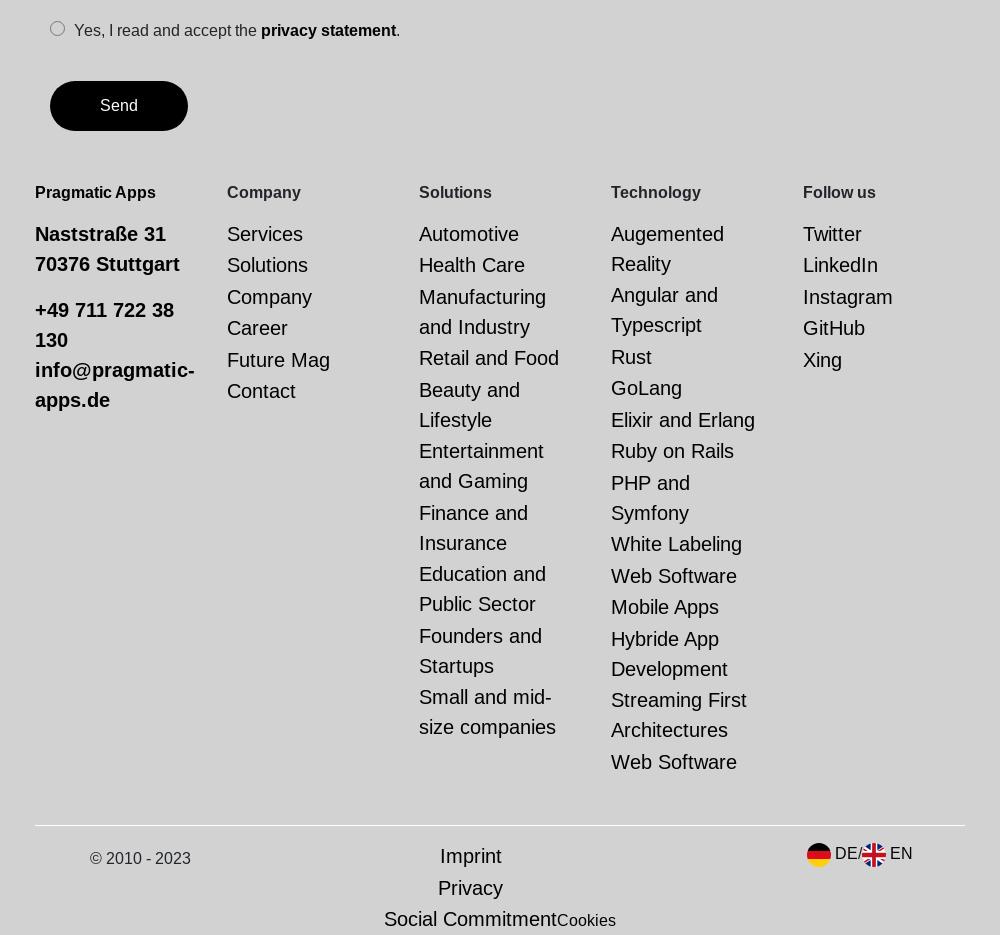 Image resolution: width=1000 pixels, height=935 pixels. Describe the element at coordinates (468, 233) in the screenshot. I see `'Automotive'` at that location.